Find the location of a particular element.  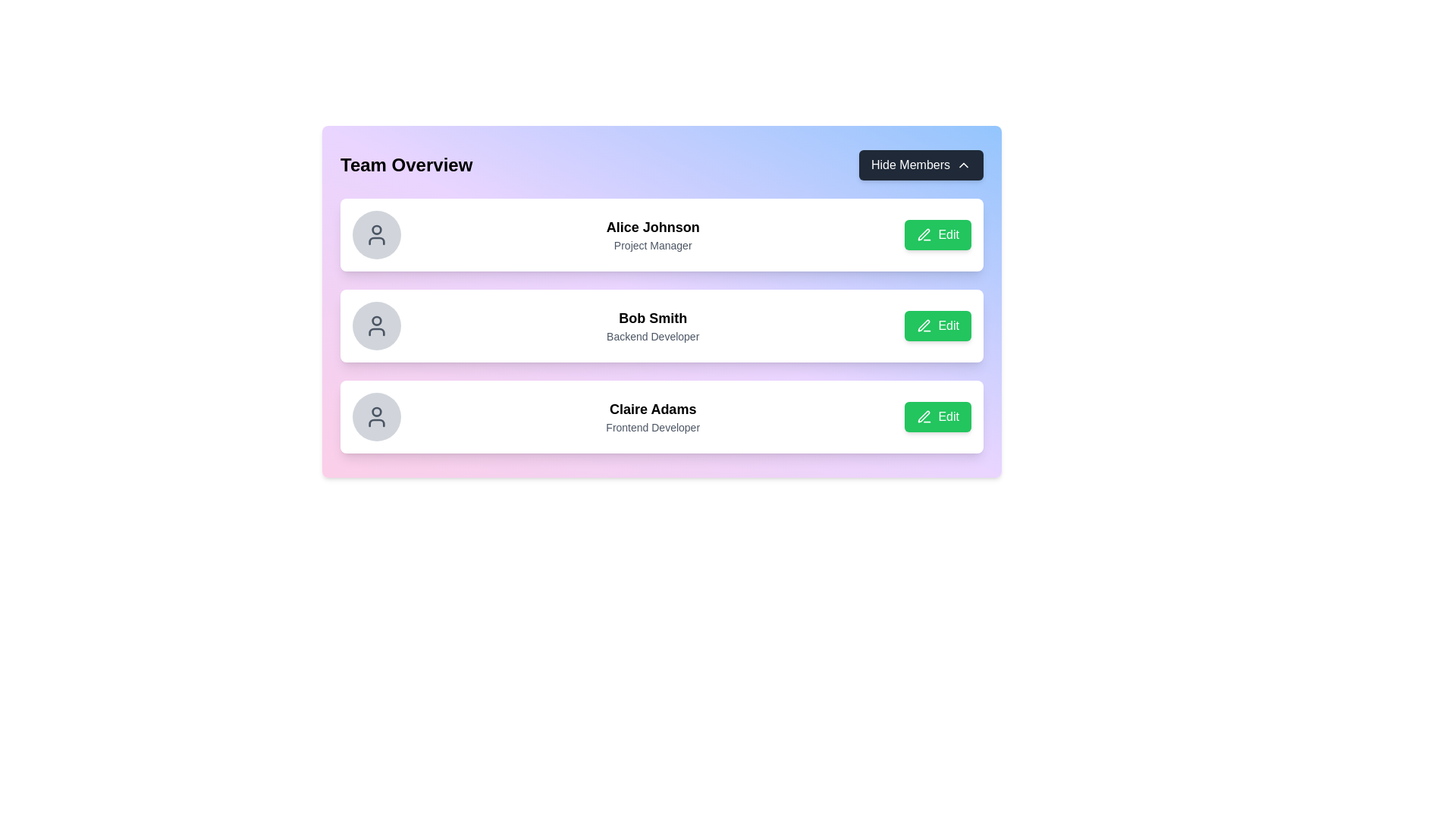

the static text element displaying 'Bob Smith' and 'Backend Developer' located in the second slot of the list within the card component is located at coordinates (653, 325).